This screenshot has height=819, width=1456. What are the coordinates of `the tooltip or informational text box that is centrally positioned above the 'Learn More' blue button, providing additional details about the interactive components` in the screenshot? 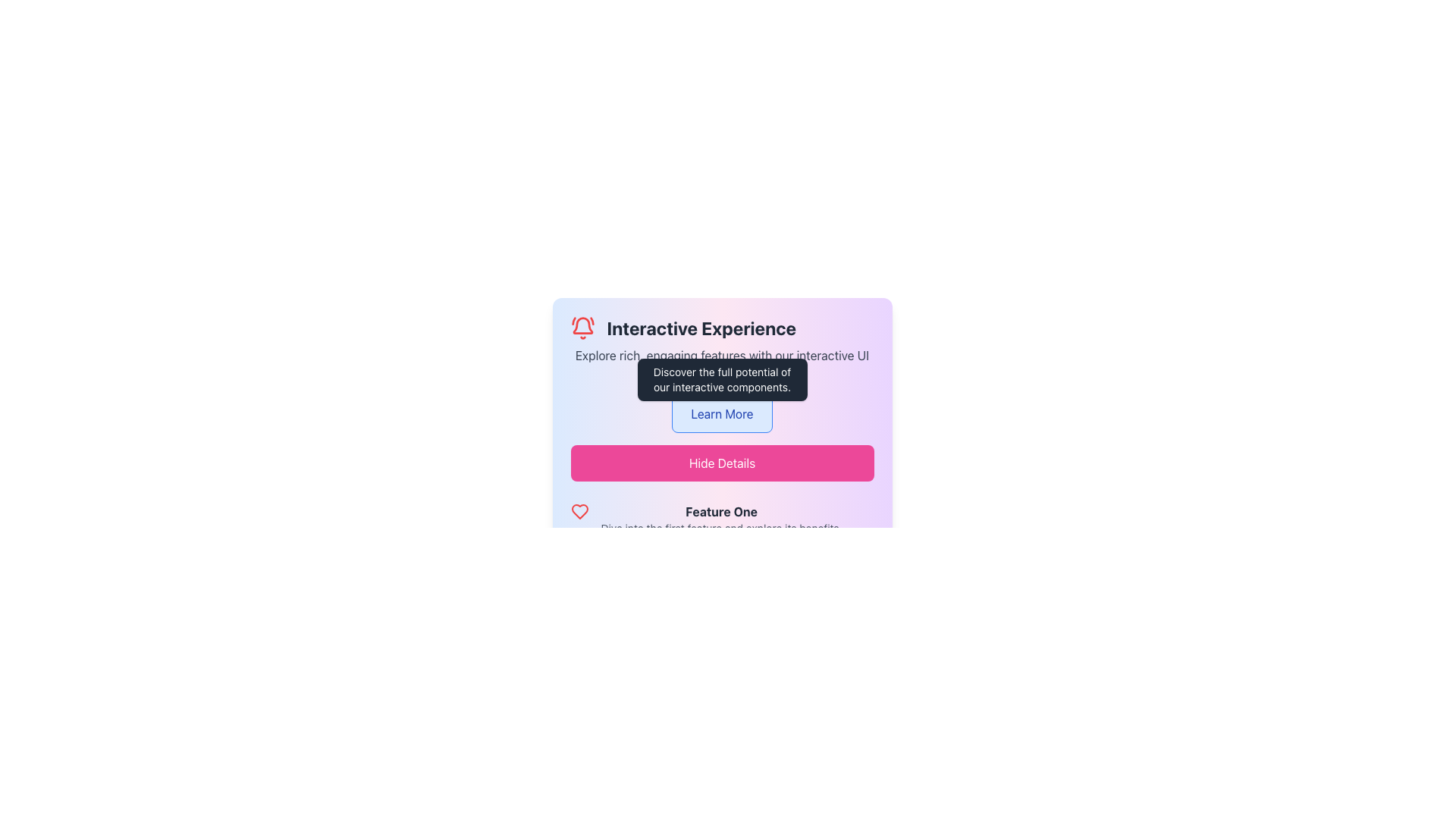 It's located at (721, 379).